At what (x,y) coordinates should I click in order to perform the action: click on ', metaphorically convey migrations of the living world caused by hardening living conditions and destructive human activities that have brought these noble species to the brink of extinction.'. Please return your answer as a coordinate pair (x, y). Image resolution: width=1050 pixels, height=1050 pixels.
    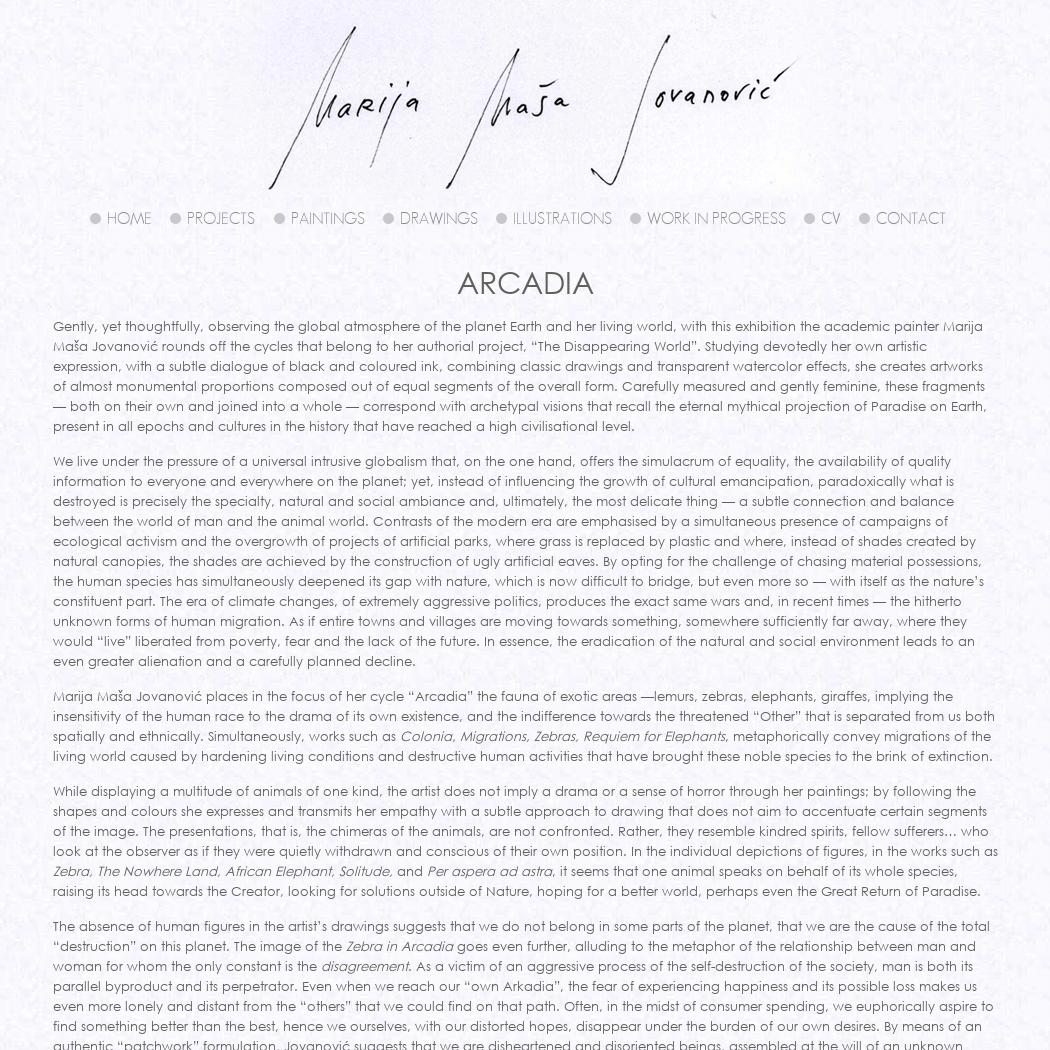
    Looking at the image, I should click on (520, 745).